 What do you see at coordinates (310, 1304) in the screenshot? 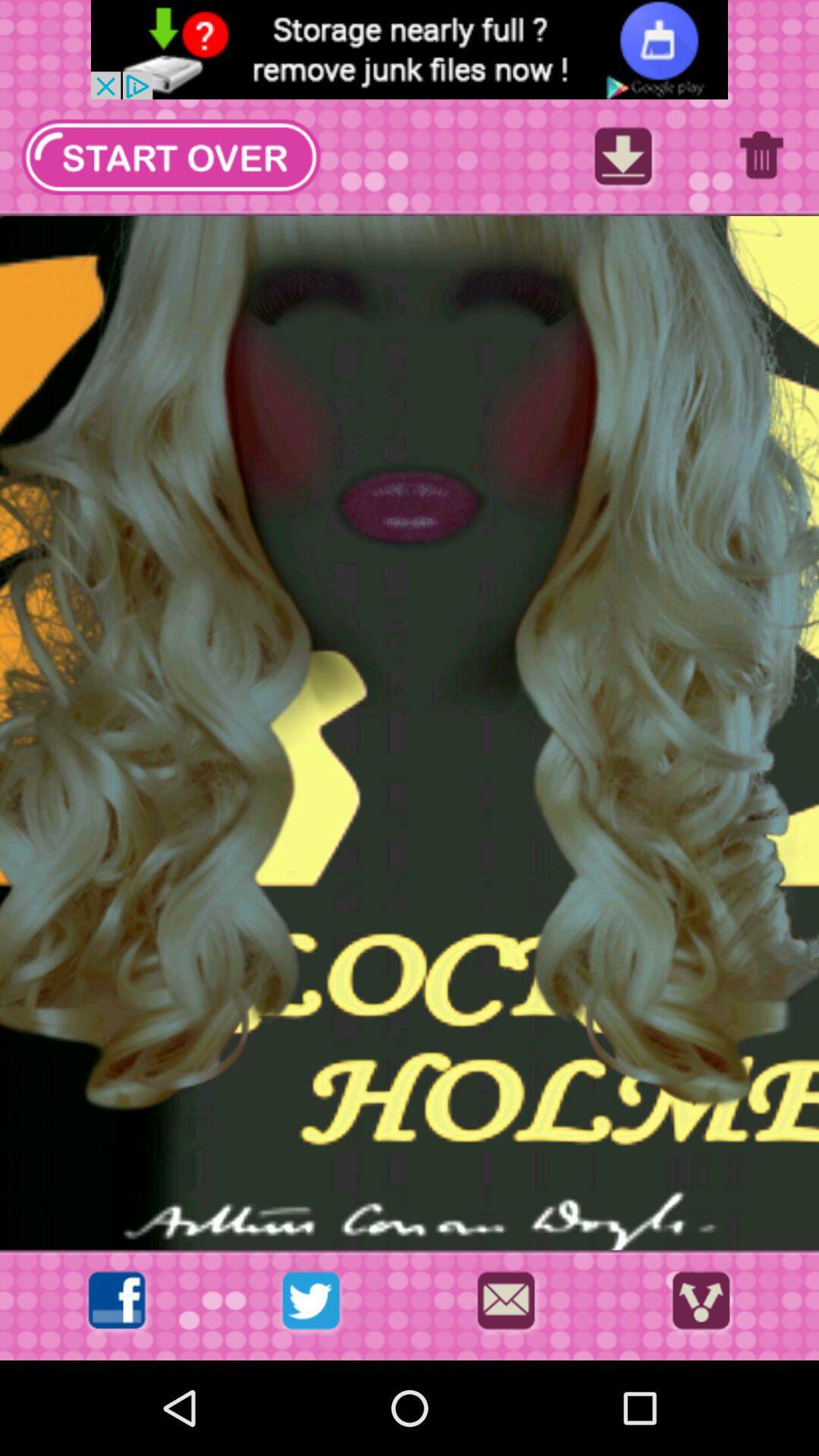
I see `share with twitter` at bounding box center [310, 1304].